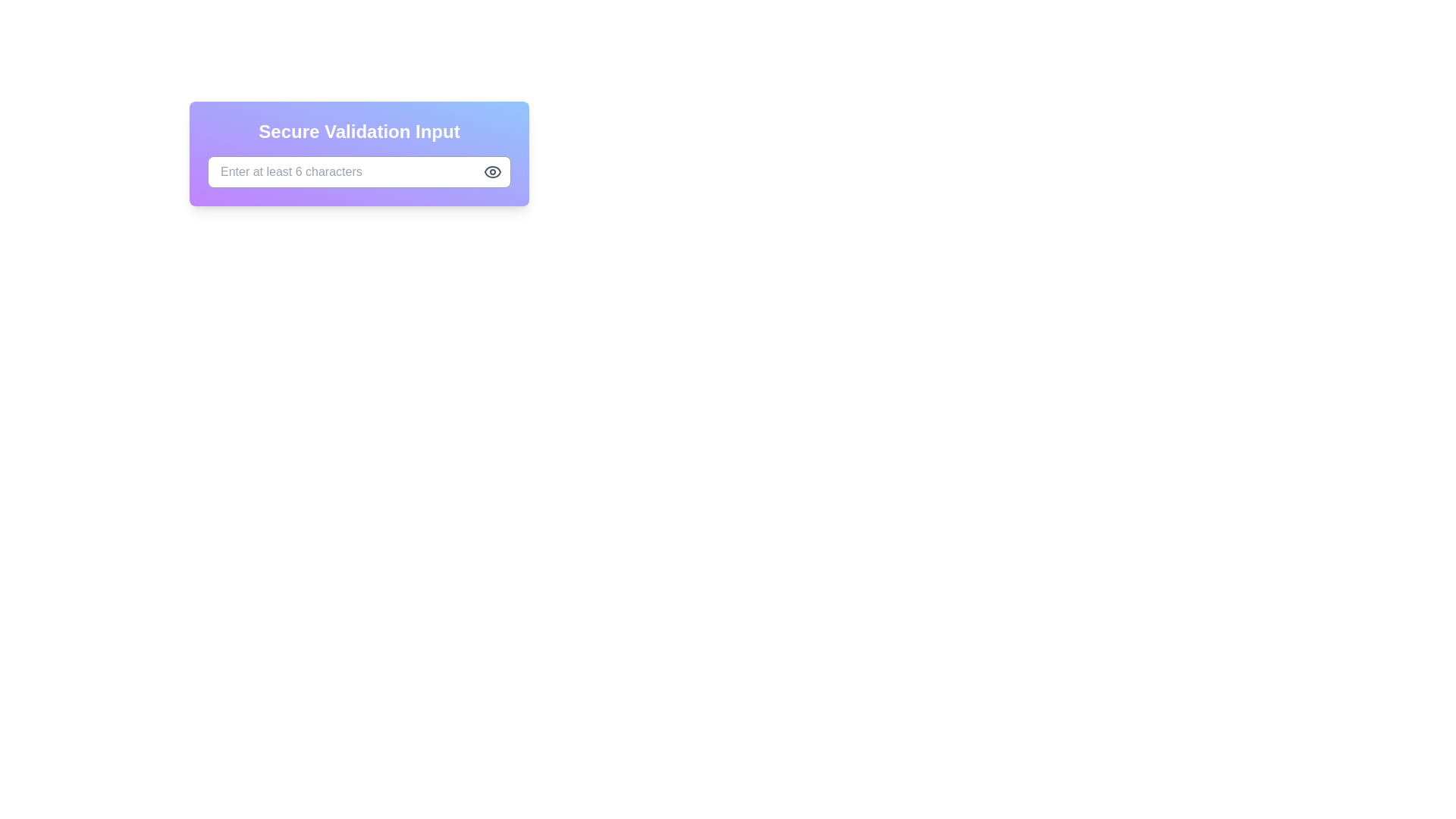 This screenshot has width=1456, height=819. What do you see at coordinates (492, 171) in the screenshot?
I see `the toggle button located at the right edge of the password input field` at bounding box center [492, 171].